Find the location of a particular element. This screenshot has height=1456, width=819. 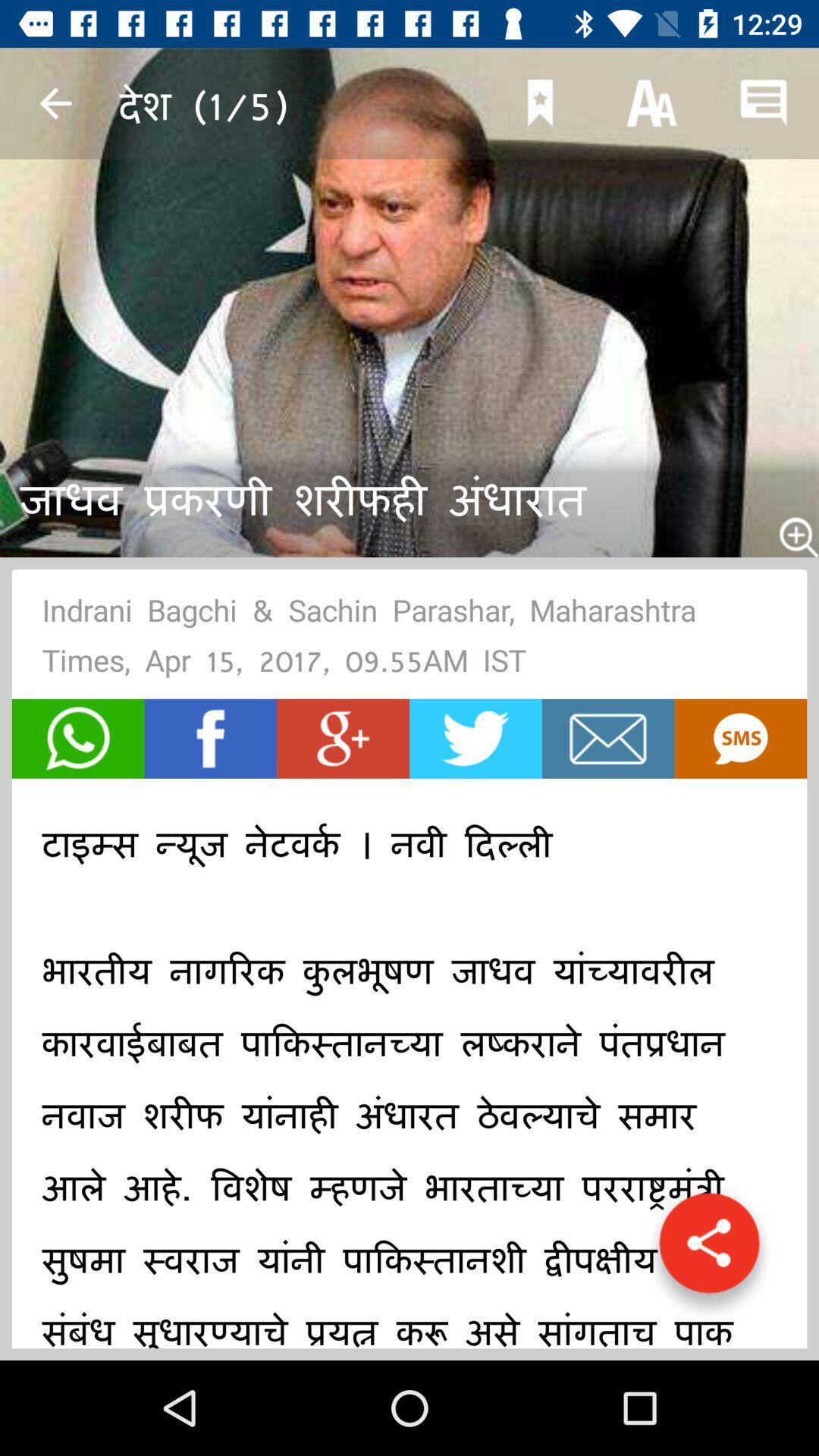

get direct link button is located at coordinates (709, 1250).